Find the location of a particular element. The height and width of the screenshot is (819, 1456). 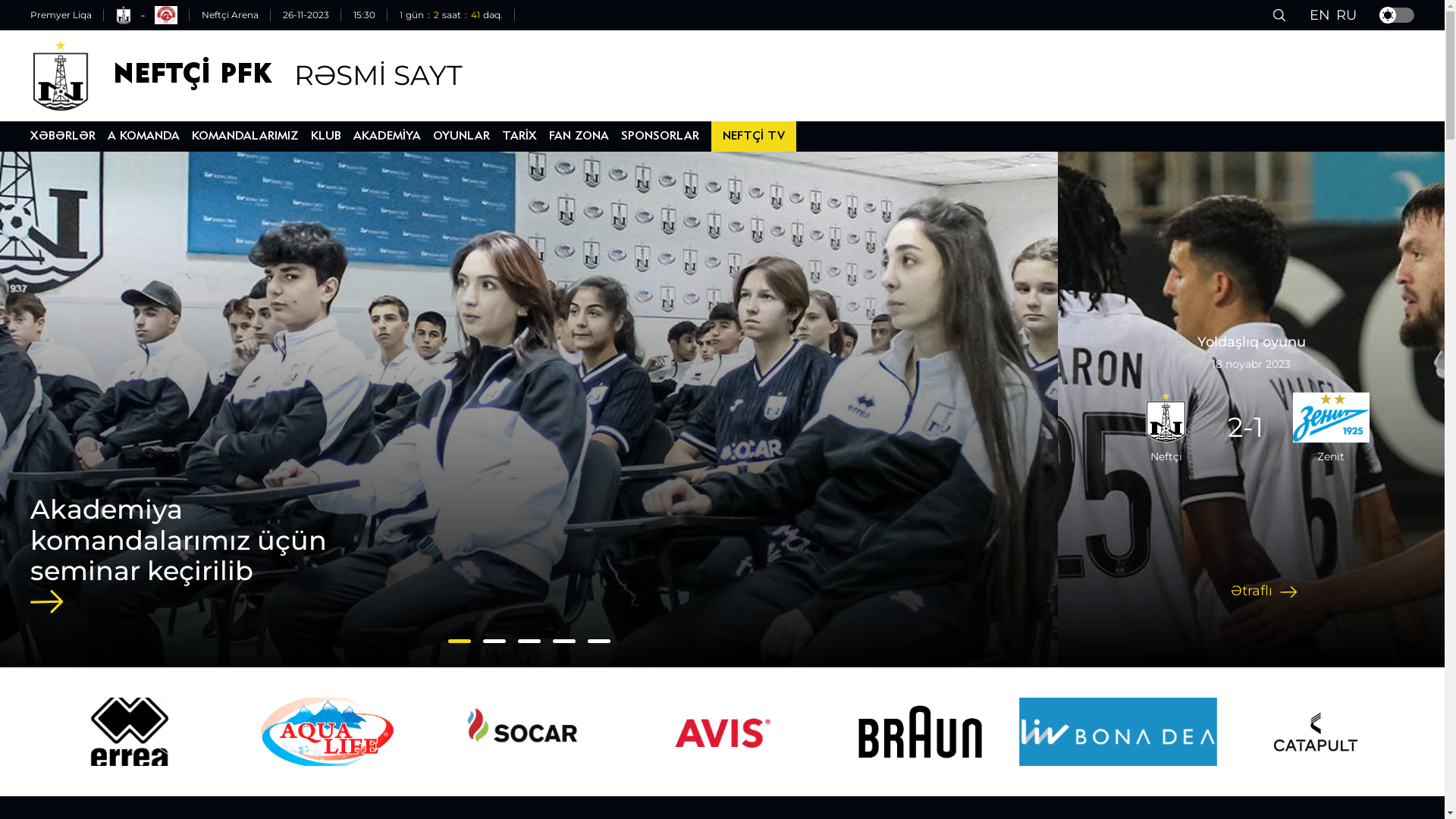

'EN' is located at coordinates (1309, 15).